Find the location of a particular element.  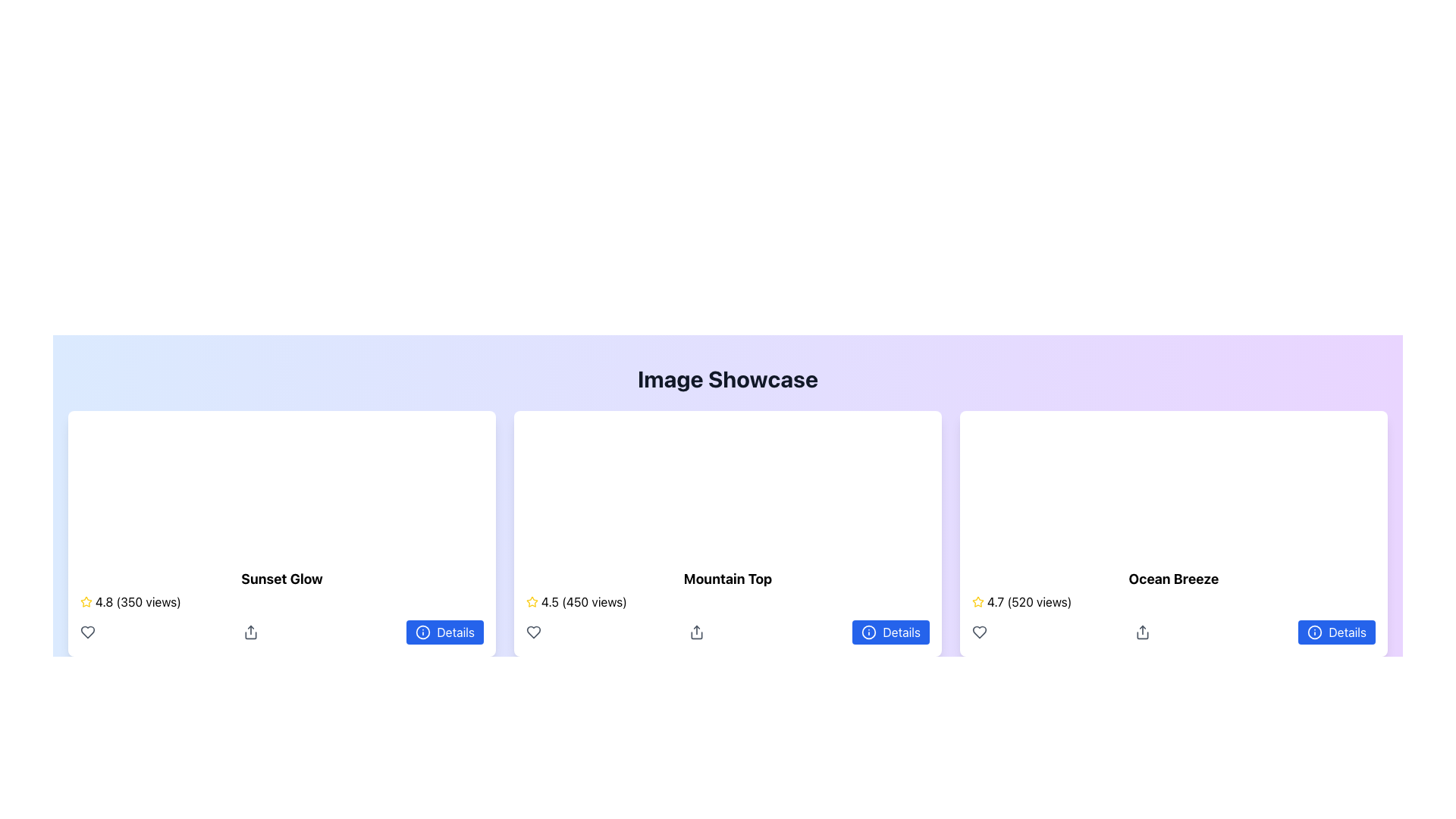

the star icon representing the rating system located below the text 'Image Showcase' to interact with the rating system is located at coordinates (86, 601).